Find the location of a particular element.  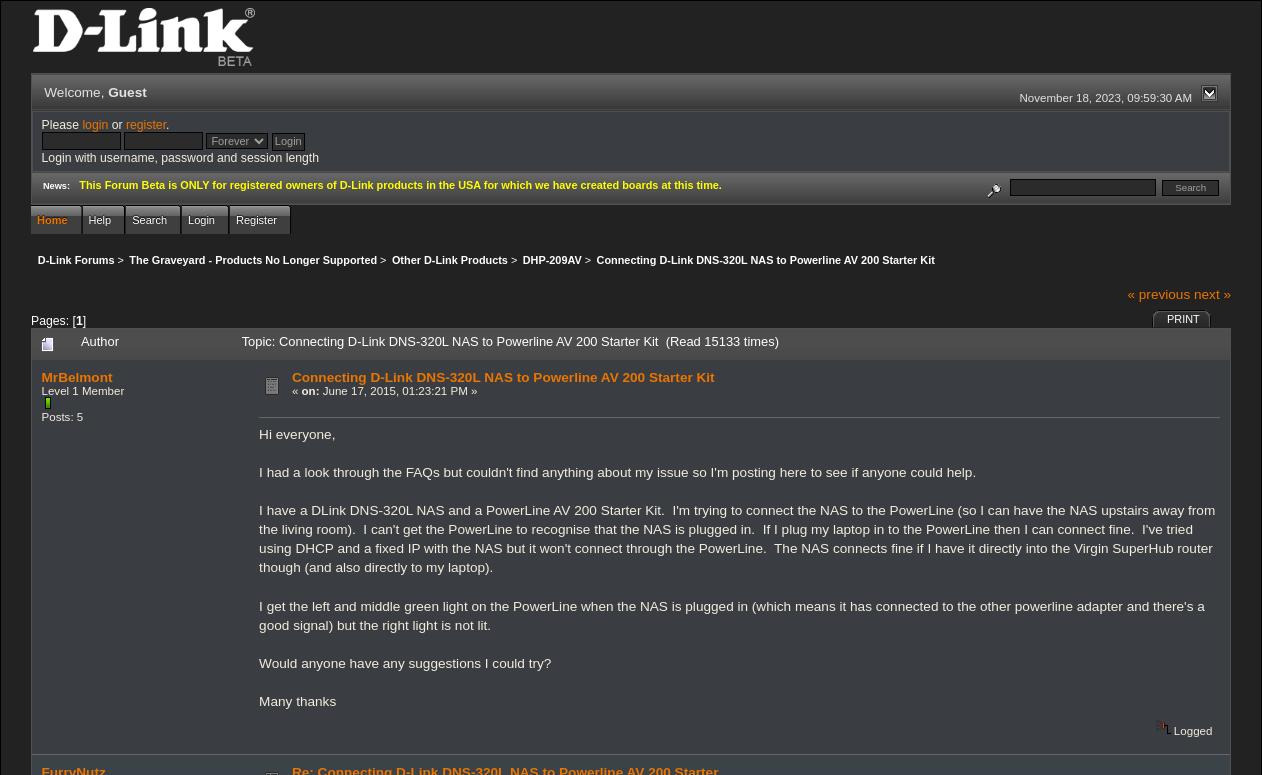

'Pages: [' is located at coordinates (52, 320).